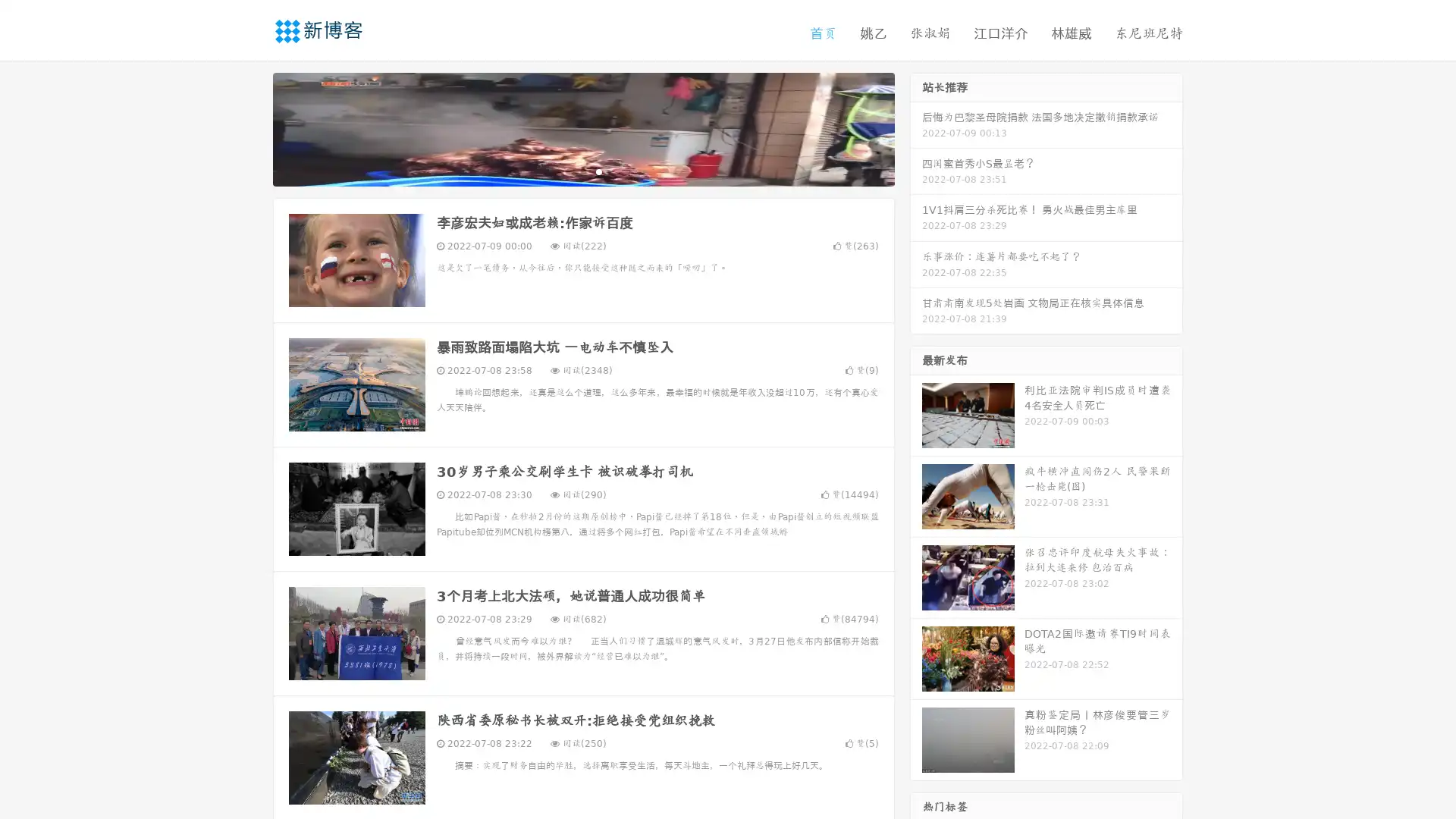  What do you see at coordinates (598, 171) in the screenshot?
I see `Go to slide 3` at bounding box center [598, 171].